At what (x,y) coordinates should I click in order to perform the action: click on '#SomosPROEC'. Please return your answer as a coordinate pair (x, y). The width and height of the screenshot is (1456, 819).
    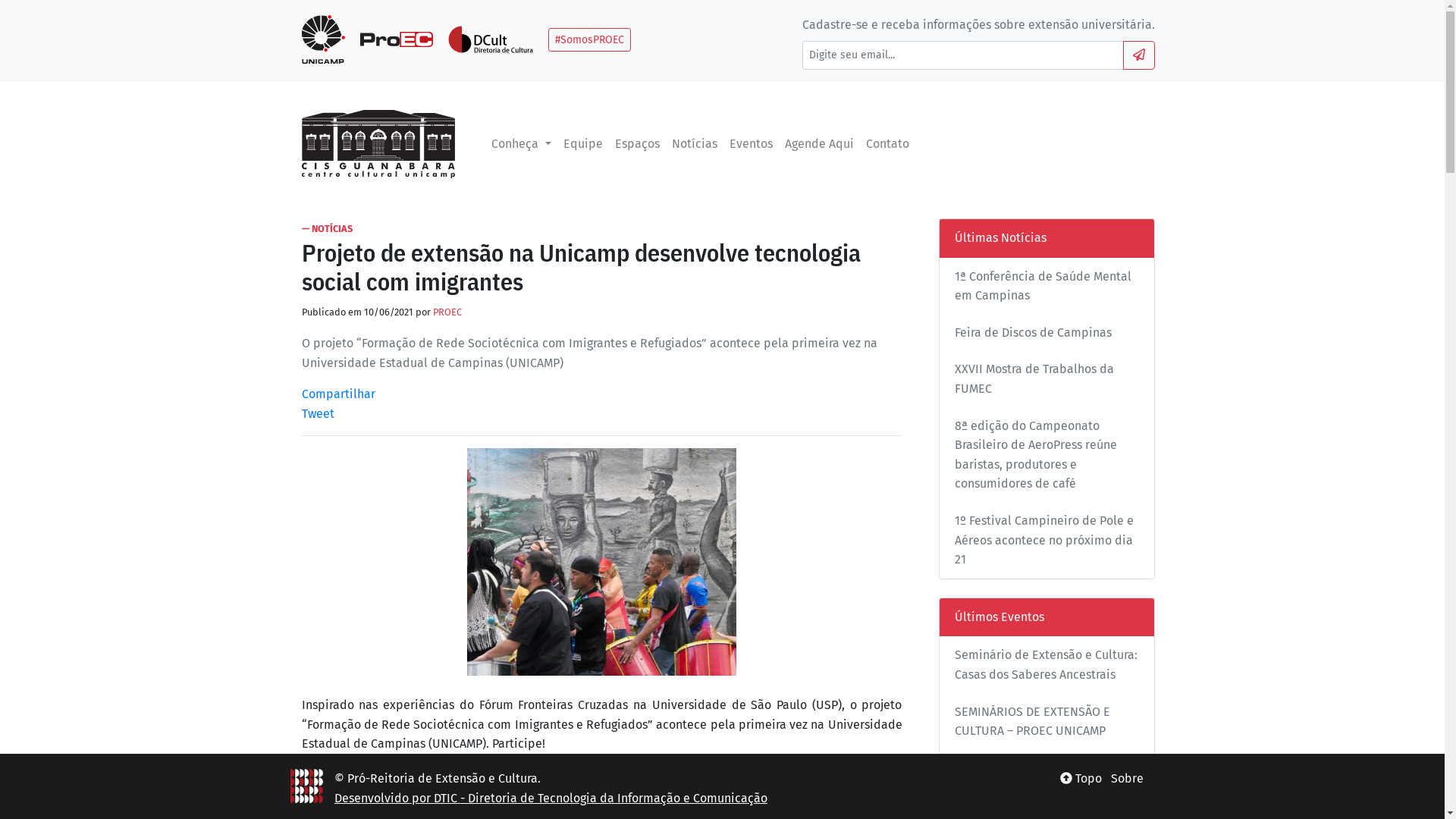
    Looking at the image, I should click on (548, 38).